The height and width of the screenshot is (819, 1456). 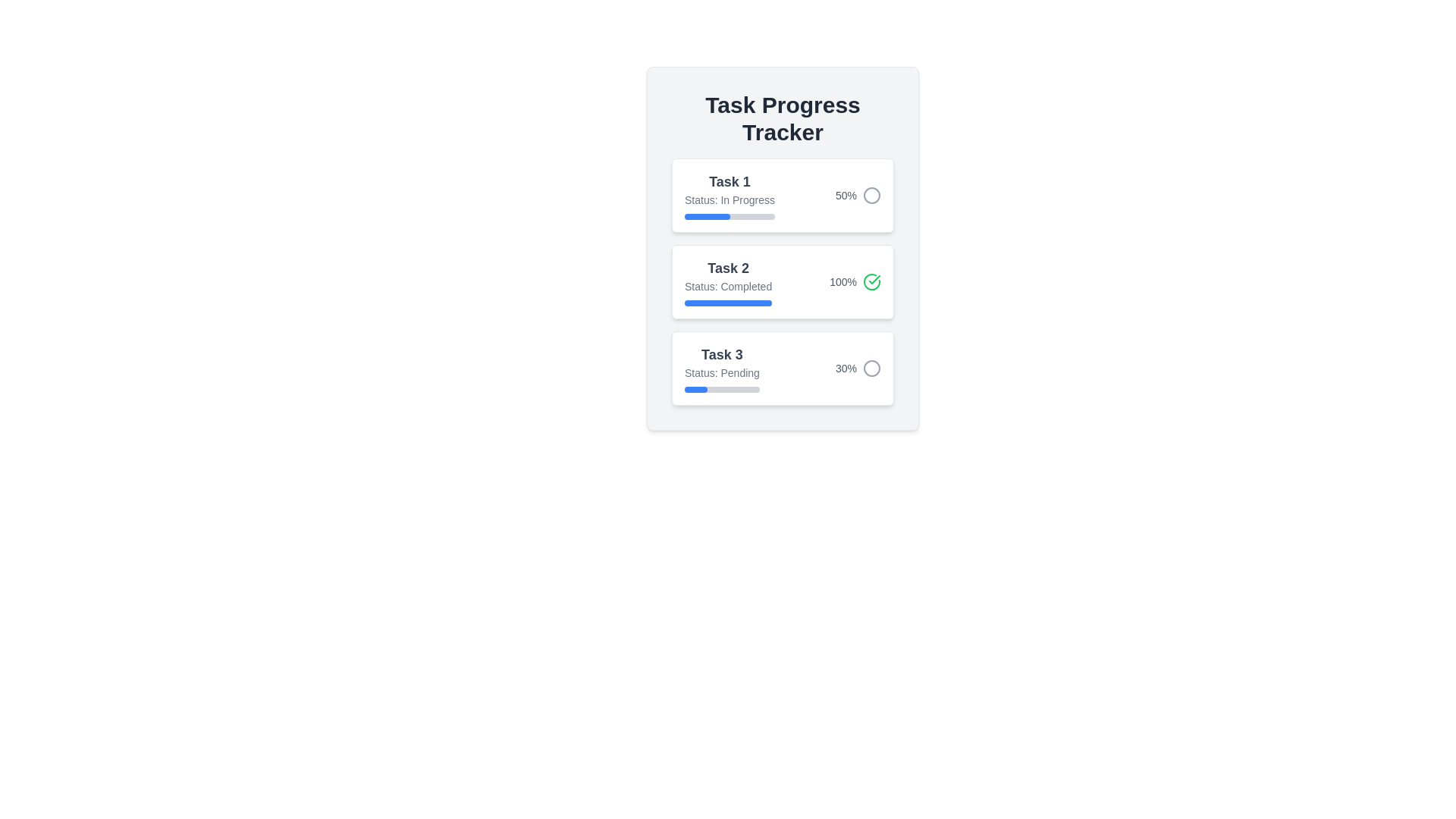 What do you see at coordinates (872, 369) in the screenshot?
I see `circular status indicator icon located within the third task item titled 'Task 3', which shows a pending state, by clicking on it` at bounding box center [872, 369].